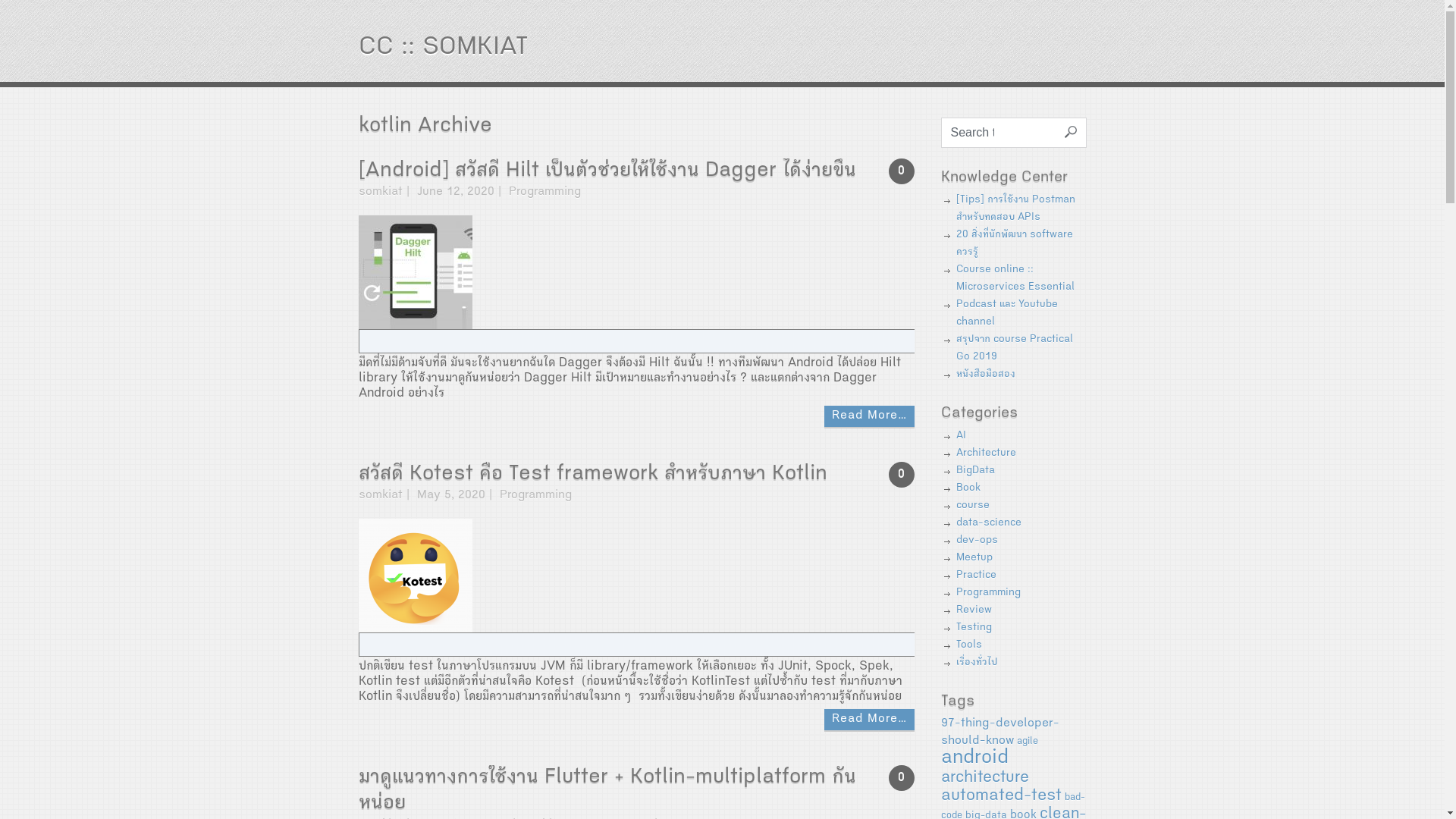  What do you see at coordinates (954, 540) in the screenshot?
I see `'dev-ops'` at bounding box center [954, 540].